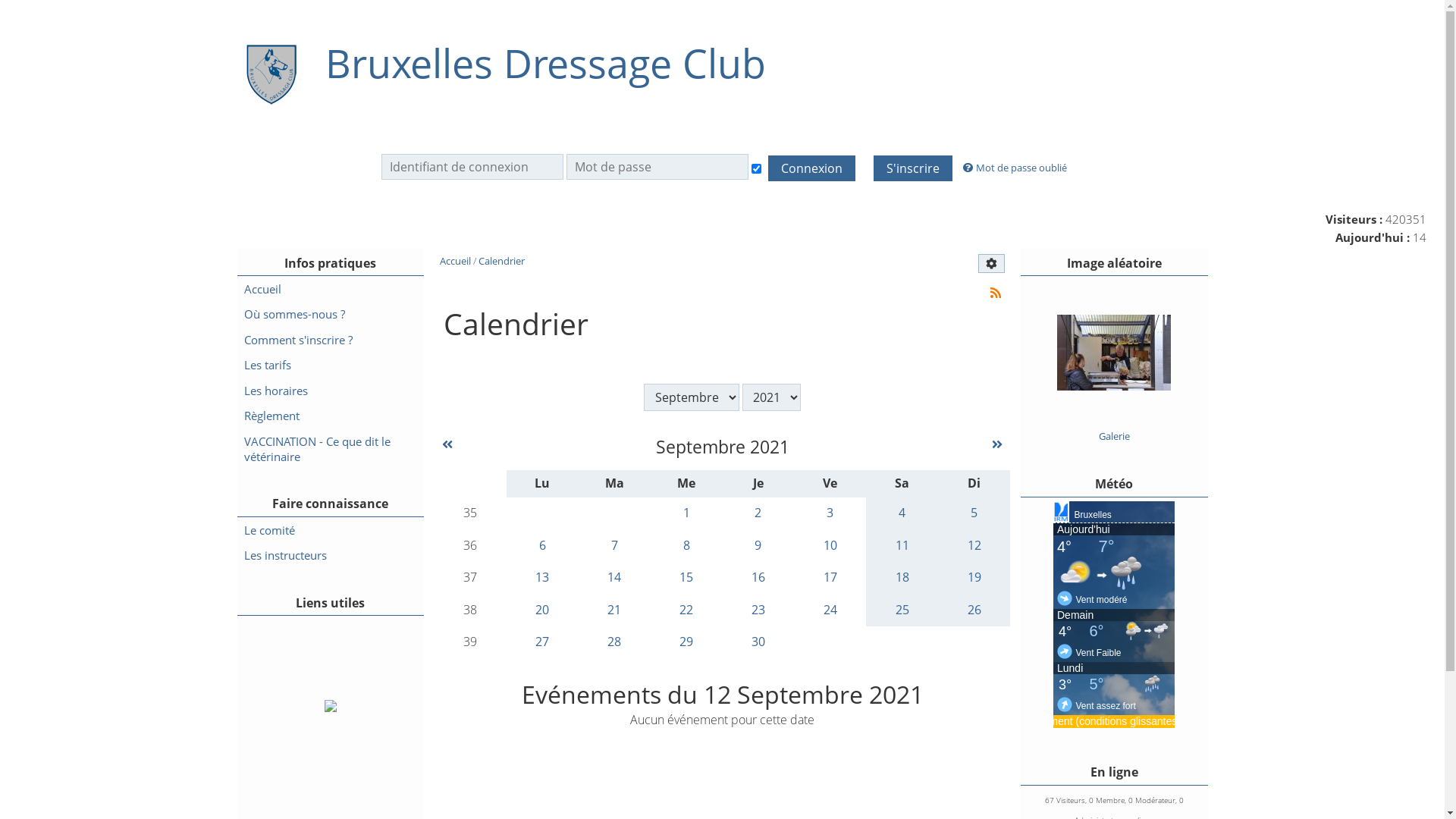 The image size is (1456, 819). I want to click on '11', so click(902, 544).